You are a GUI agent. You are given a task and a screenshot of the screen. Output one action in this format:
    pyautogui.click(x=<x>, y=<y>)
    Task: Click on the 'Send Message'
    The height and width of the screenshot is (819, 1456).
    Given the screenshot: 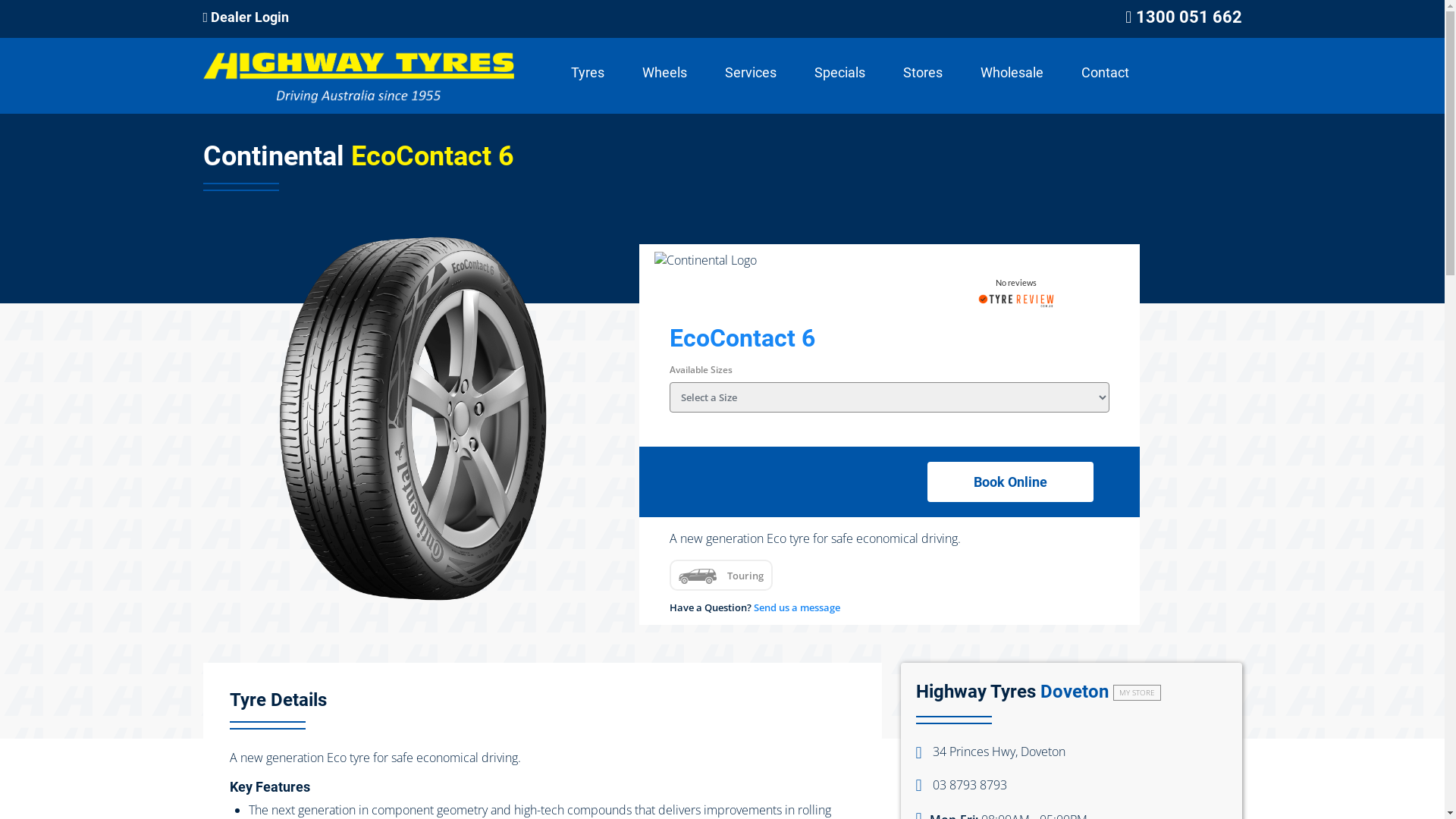 What is the action you would take?
    pyautogui.click(x=722, y=602)
    